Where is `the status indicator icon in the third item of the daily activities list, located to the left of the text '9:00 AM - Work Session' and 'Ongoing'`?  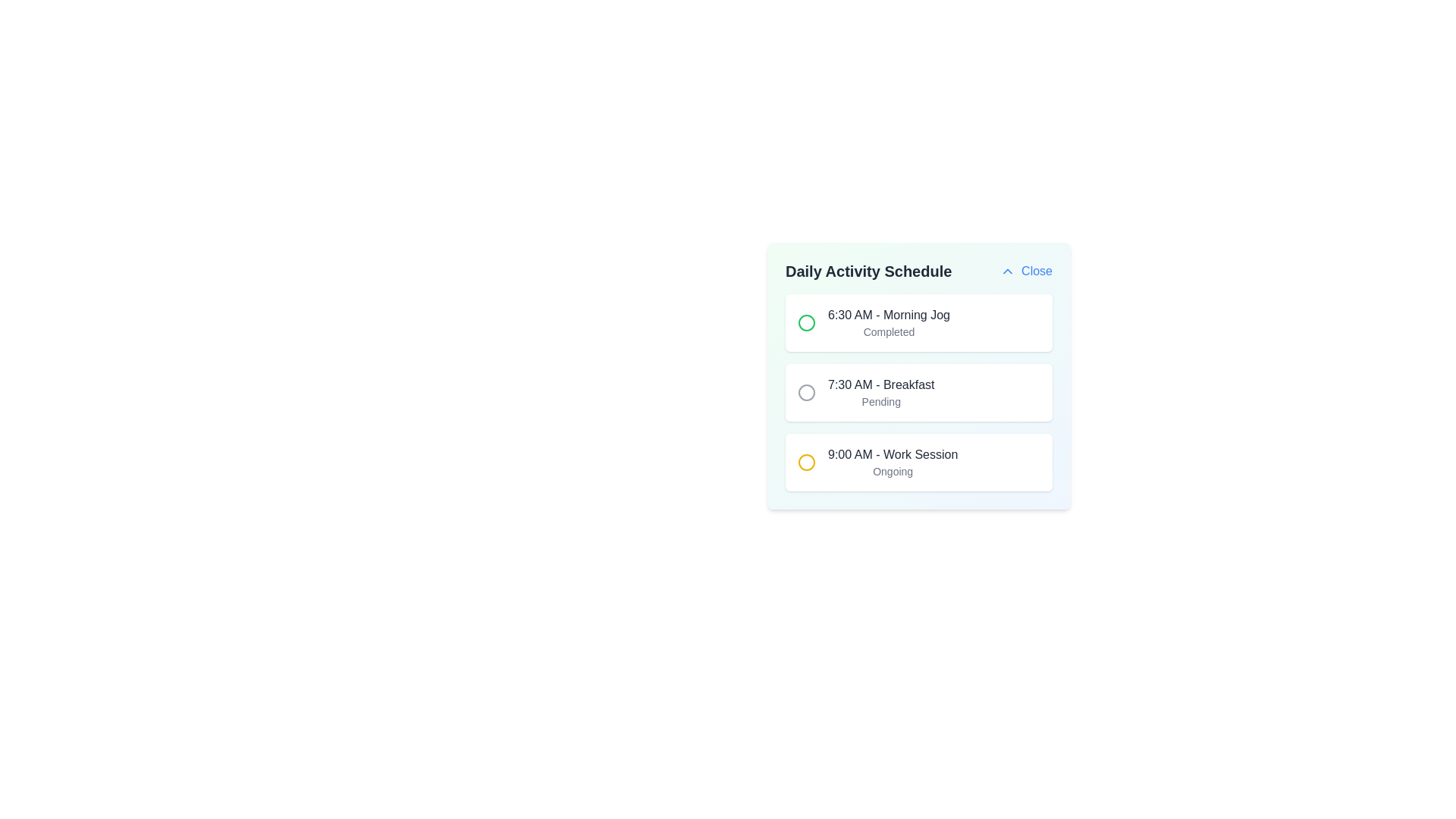 the status indicator icon in the third item of the daily activities list, located to the left of the text '9:00 AM - Work Session' and 'Ongoing' is located at coordinates (806, 461).